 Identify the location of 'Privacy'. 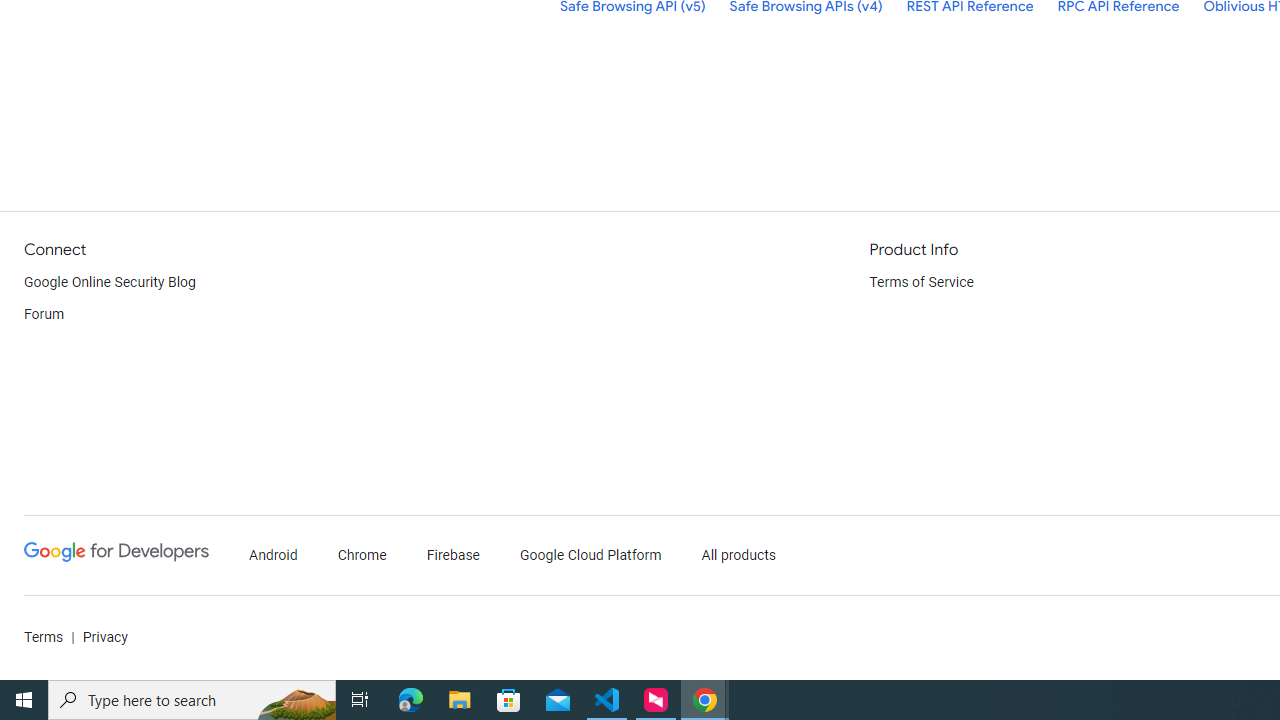
(103, 637).